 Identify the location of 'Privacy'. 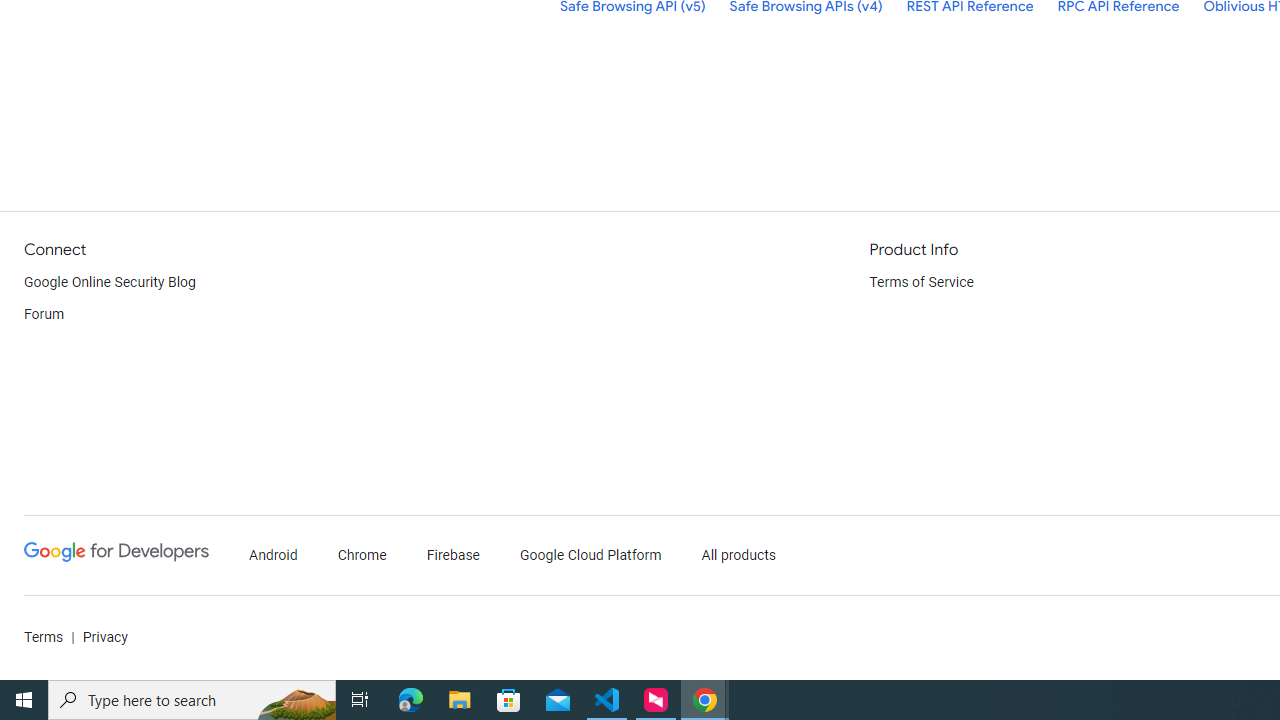
(103, 637).